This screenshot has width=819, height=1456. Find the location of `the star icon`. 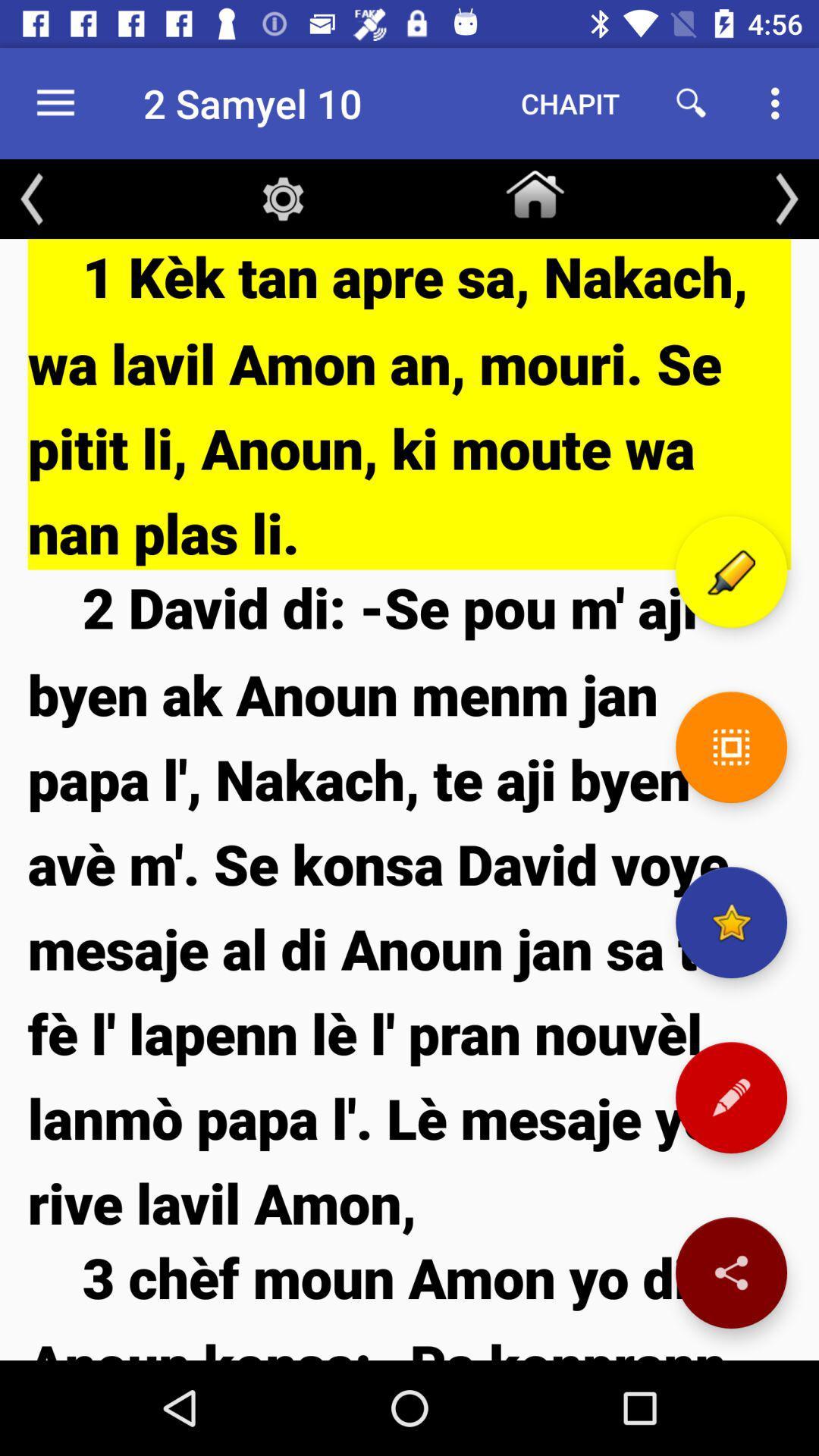

the star icon is located at coordinates (730, 921).